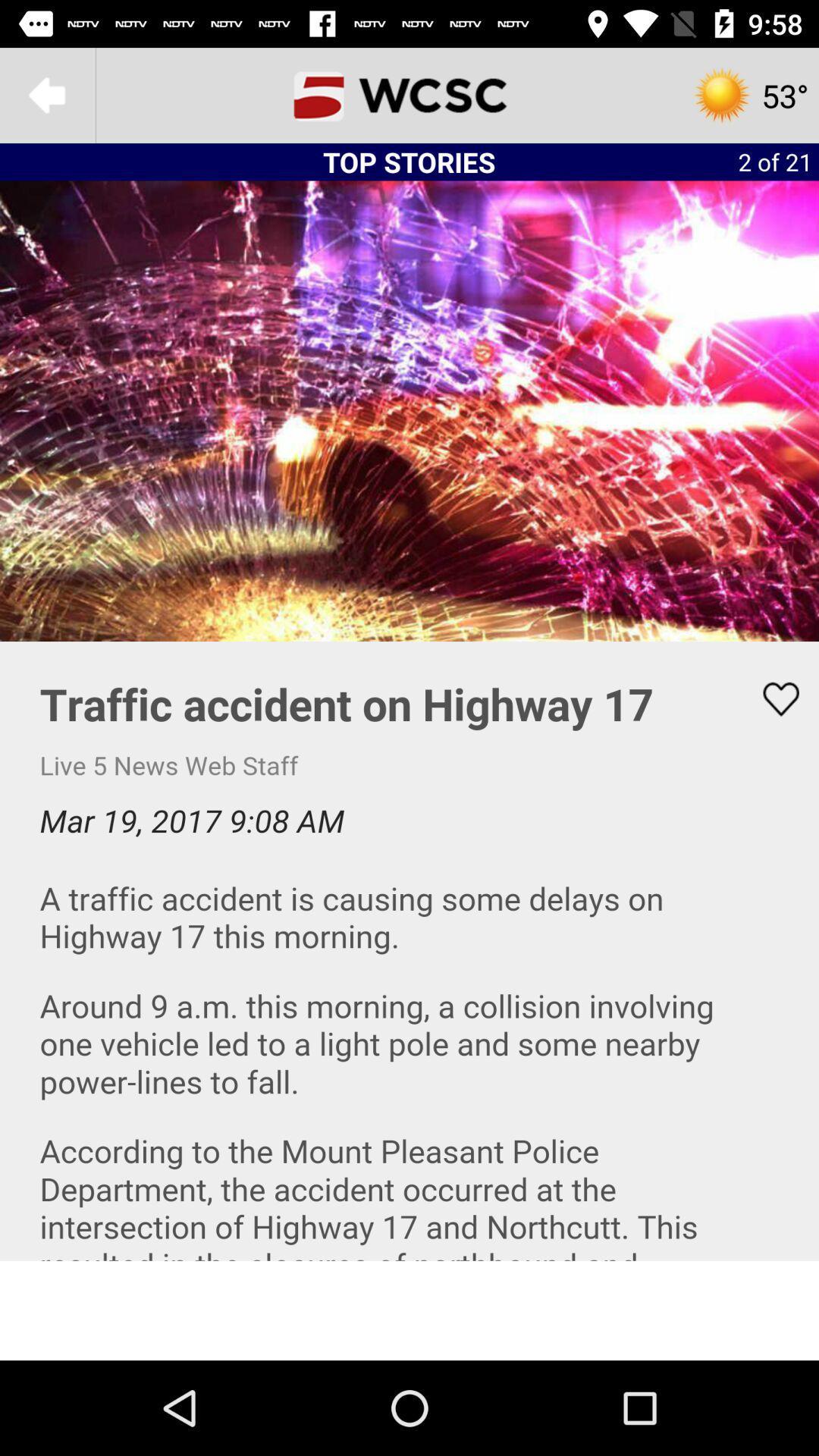  I want to click on like button, so click(771, 698).